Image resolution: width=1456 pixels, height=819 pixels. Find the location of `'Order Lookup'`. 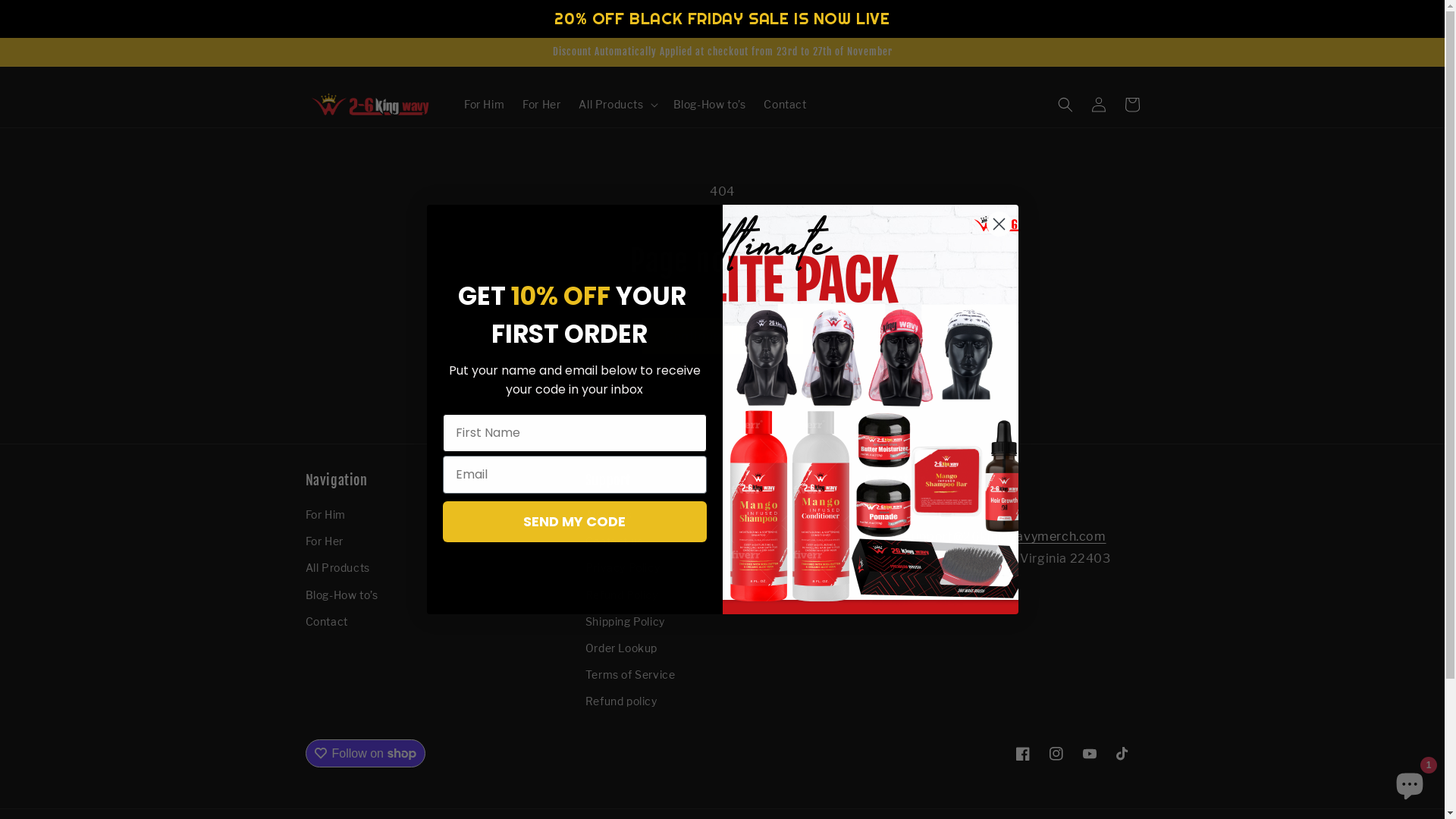

'Order Lookup' is located at coordinates (621, 648).